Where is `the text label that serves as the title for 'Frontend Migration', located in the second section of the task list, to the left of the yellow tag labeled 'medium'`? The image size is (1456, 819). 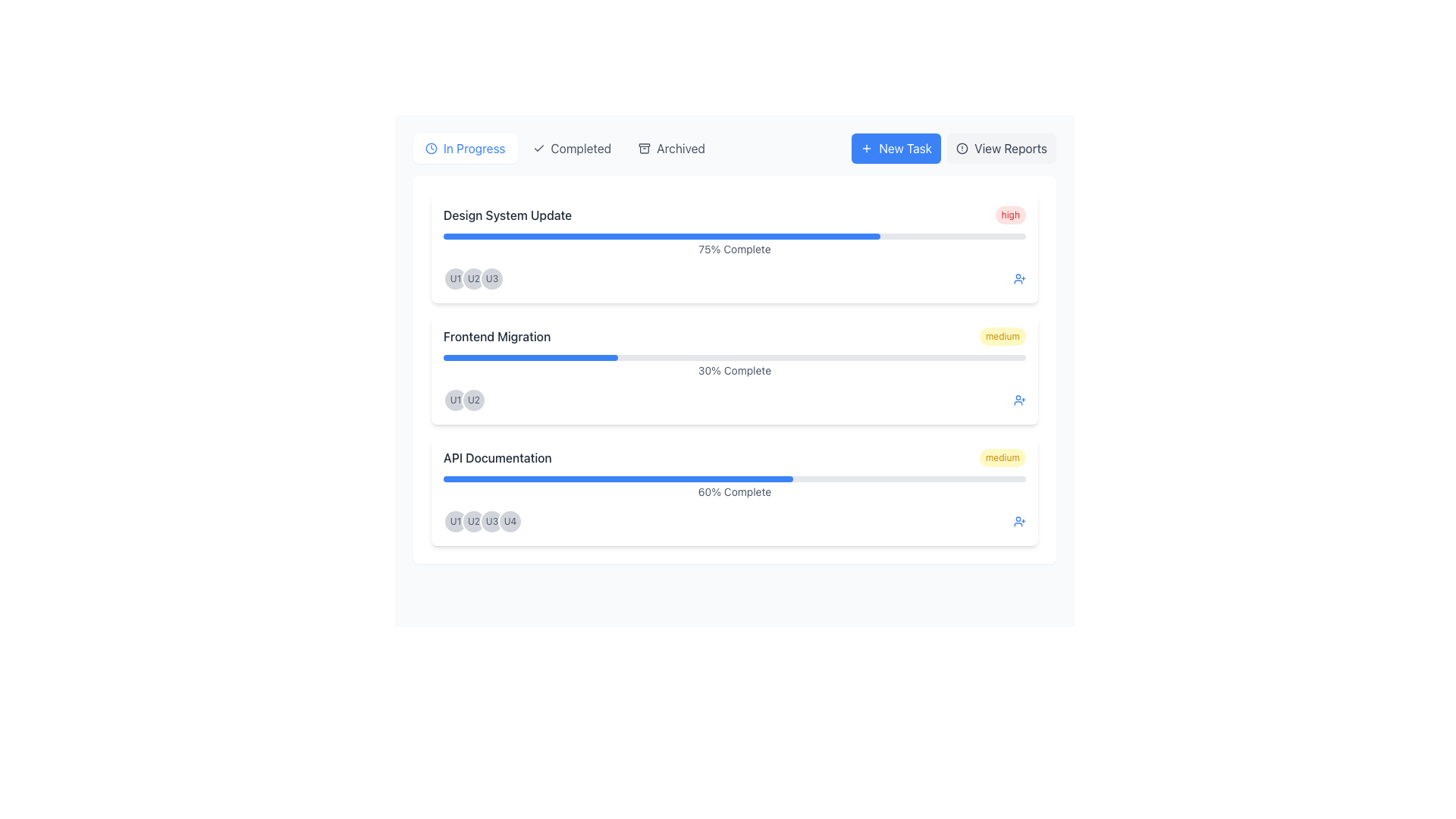
the text label that serves as the title for 'Frontend Migration', located in the second section of the task list, to the left of the yellow tag labeled 'medium' is located at coordinates (497, 335).